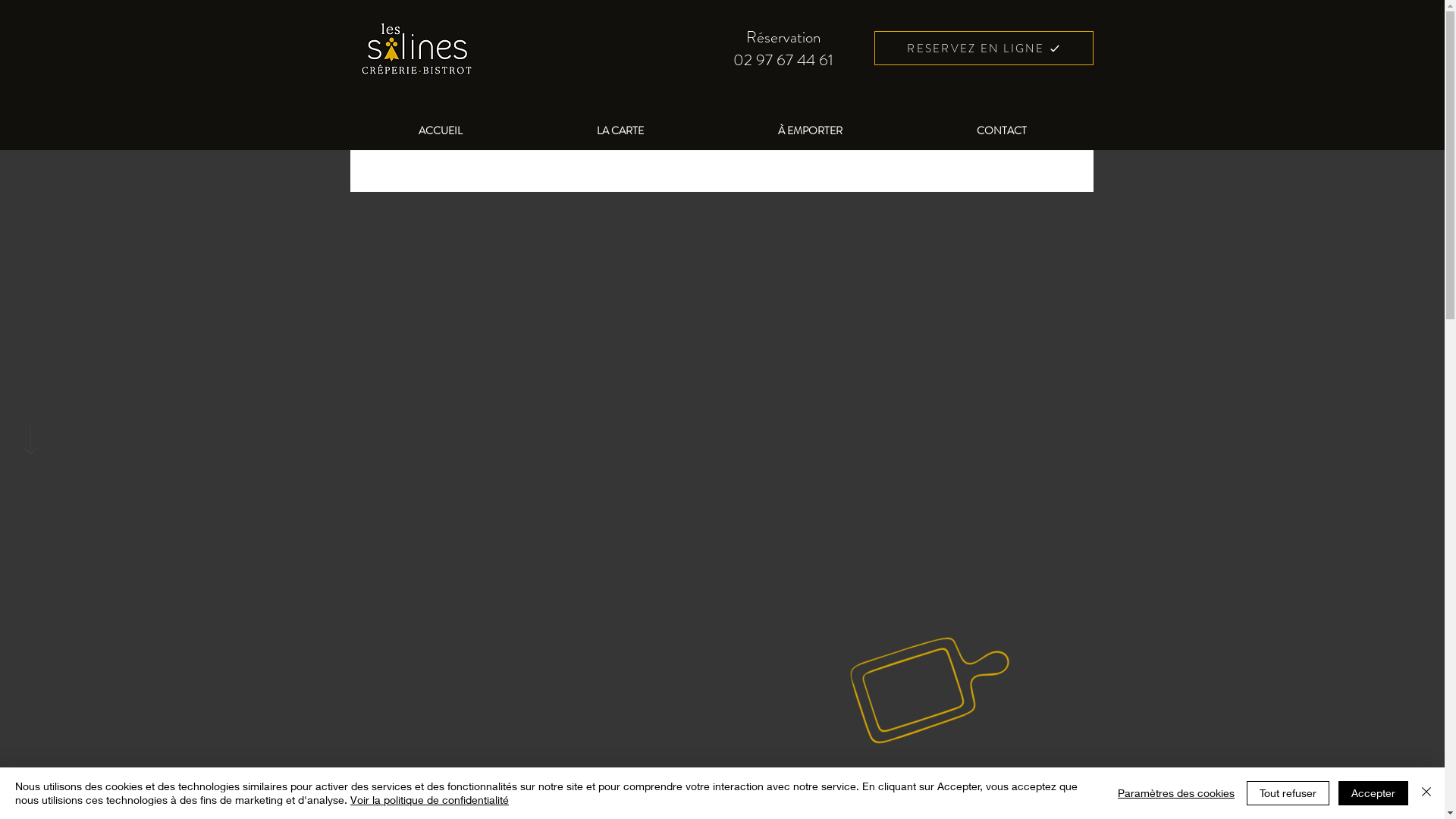 The height and width of the screenshot is (819, 1456). I want to click on 'Tout refuser', so click(1287, 792).